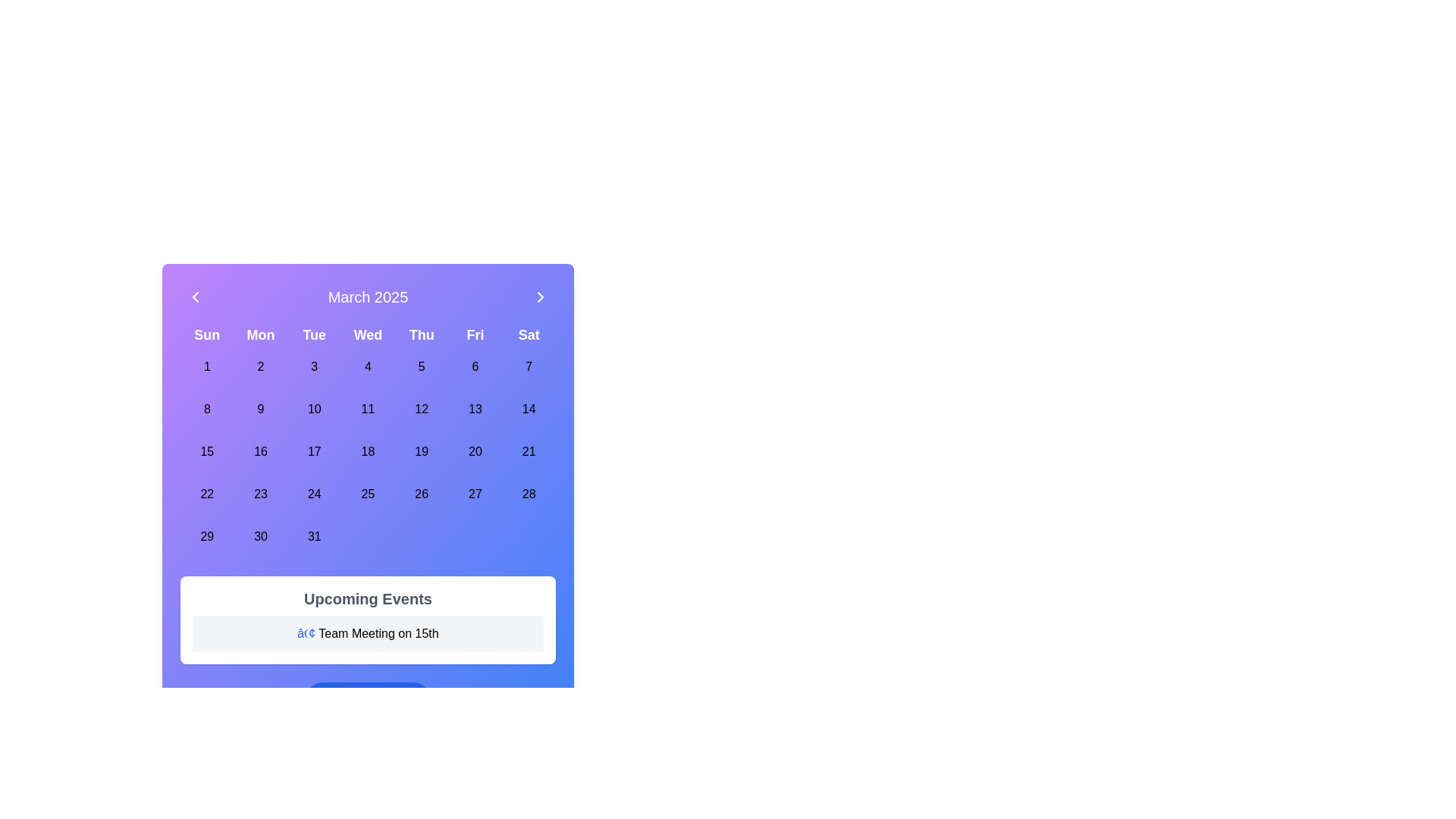 The image size is (1456, 819). I want to click on the interactive calendar cell representing the 9th day of the month, so click(261, 409).